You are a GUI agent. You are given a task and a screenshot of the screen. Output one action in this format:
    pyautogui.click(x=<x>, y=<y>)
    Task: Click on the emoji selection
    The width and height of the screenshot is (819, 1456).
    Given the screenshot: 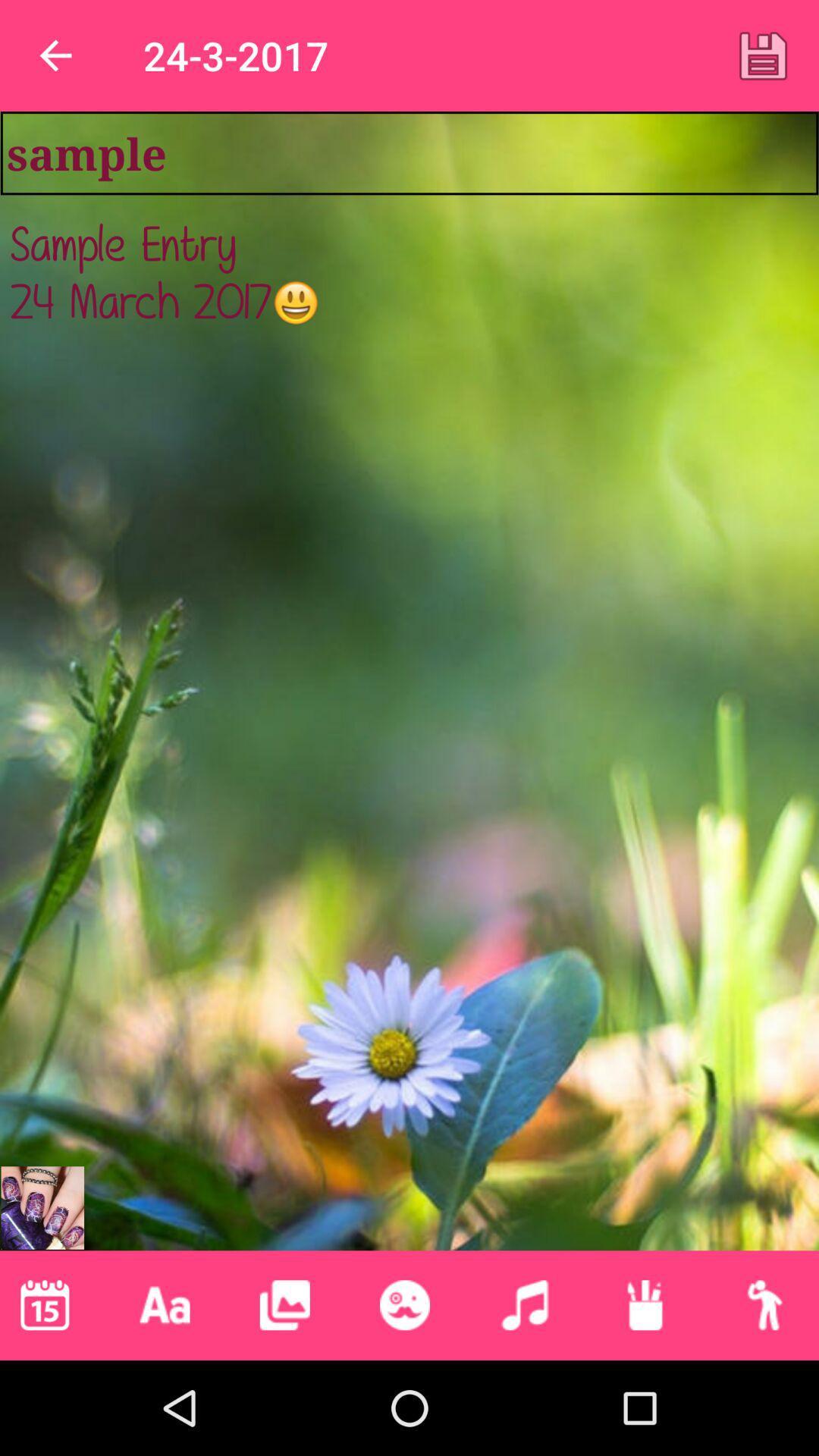 What is the action you would take?
    pyautogui.click(x=403, y=1304)
    